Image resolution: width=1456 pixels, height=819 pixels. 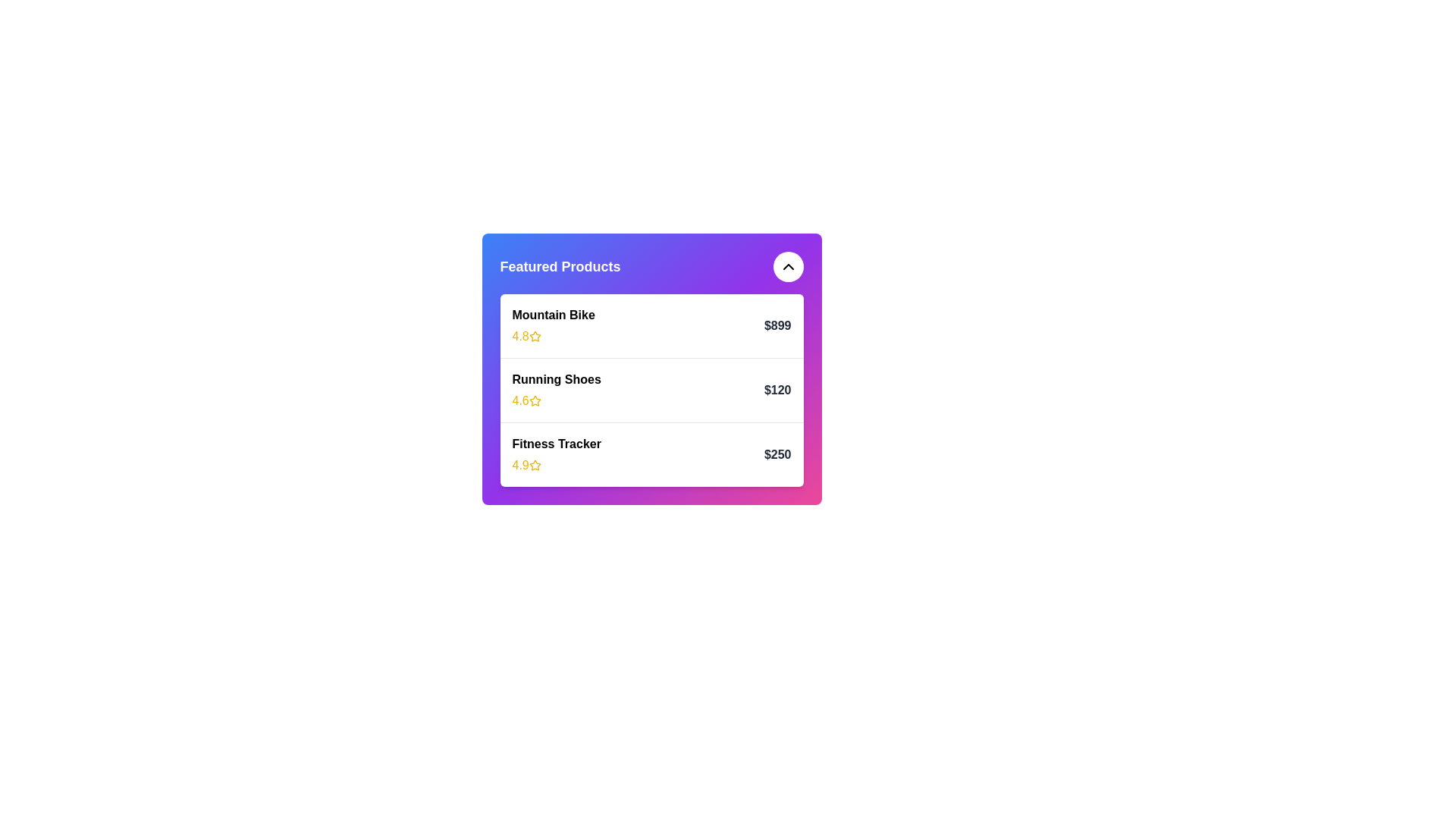 What do you see at coordinates (535, 400) in the screenshot?
I see `the yellow star icon adjacent to the '4.6' rating text for the 'Running Shoes' entry in the product list` at bounding box center [535, 400].